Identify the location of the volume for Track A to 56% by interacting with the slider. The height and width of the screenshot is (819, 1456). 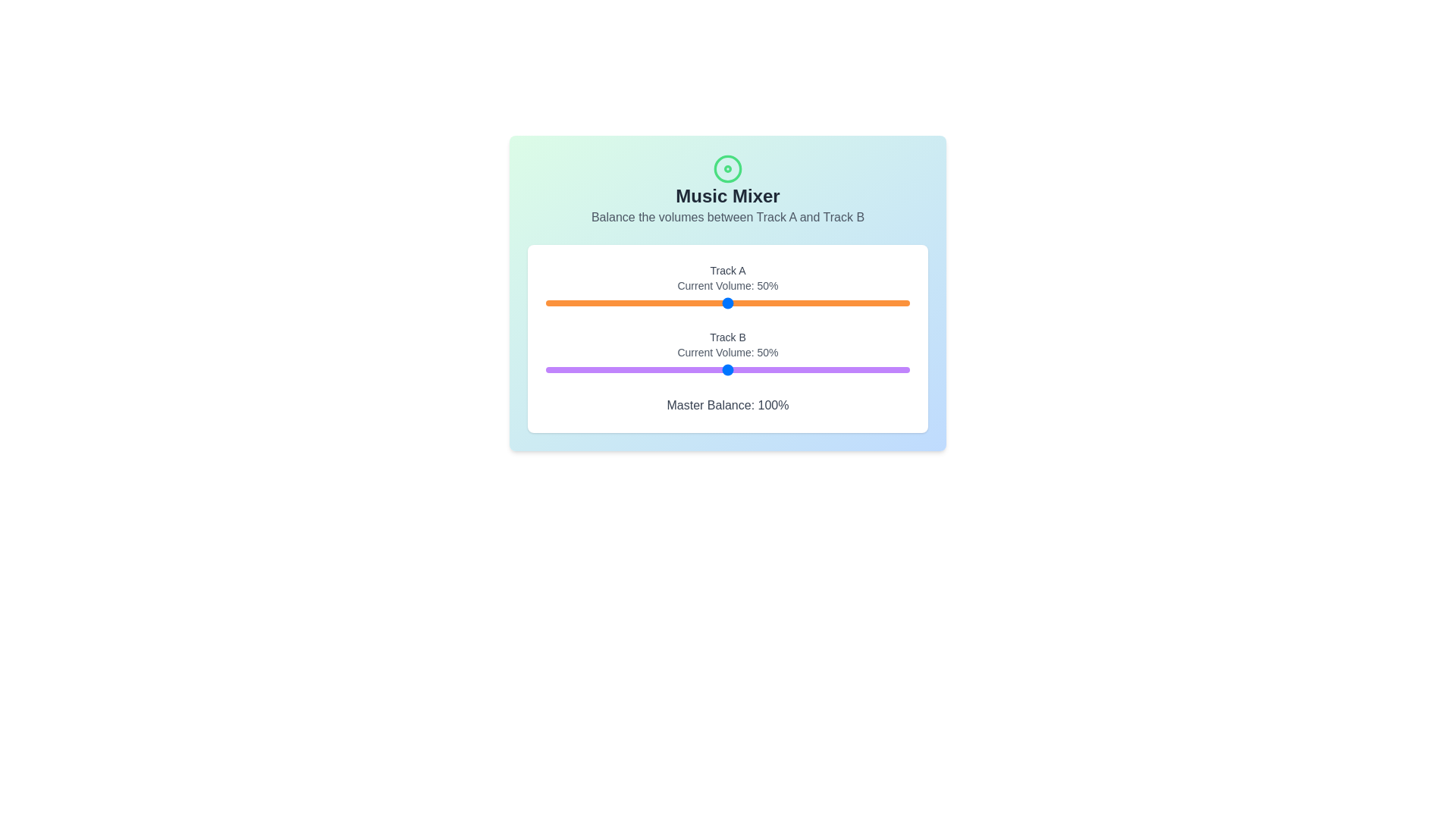
(749, 303).